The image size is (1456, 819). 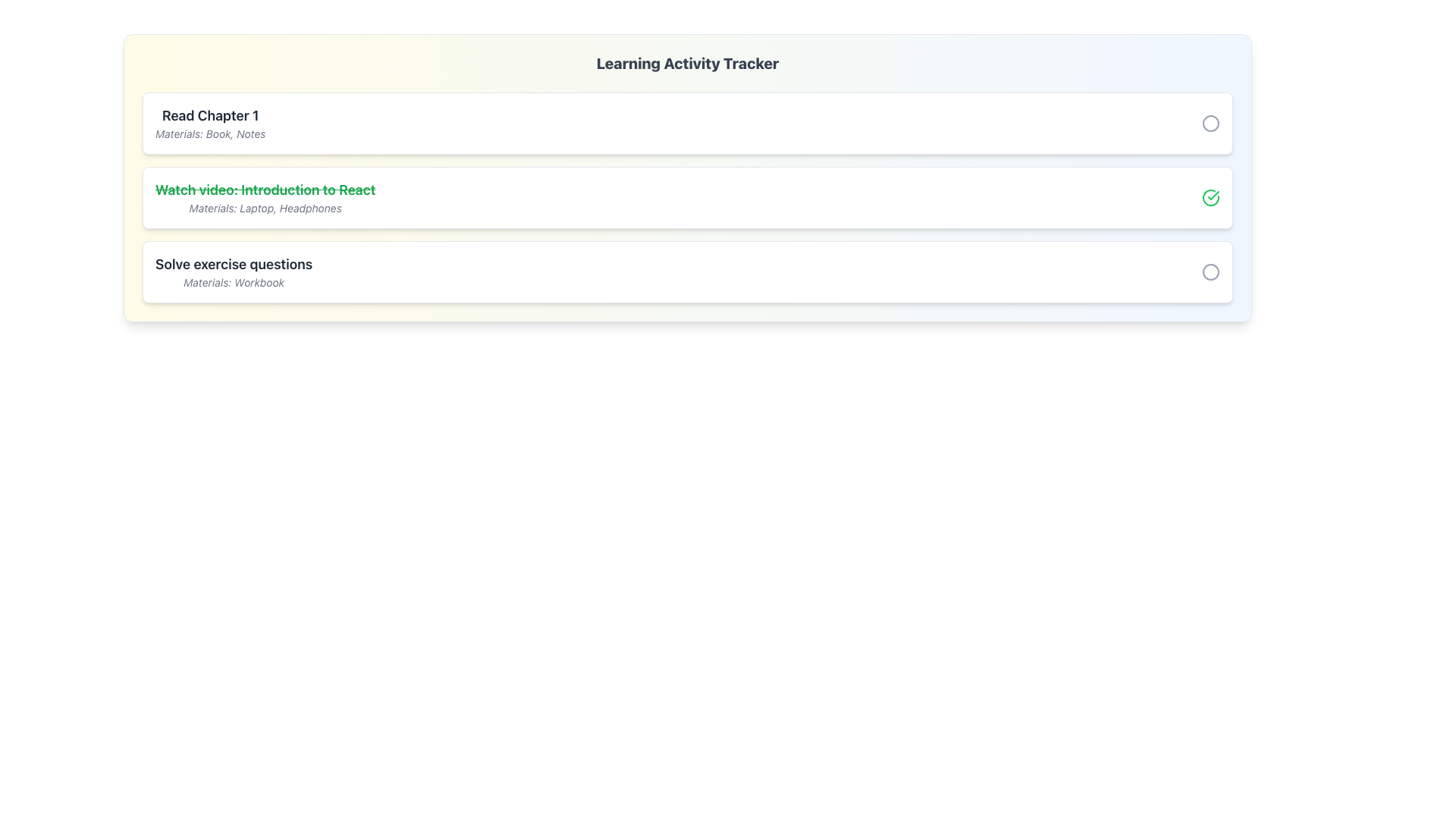 What do you see at coordinates (1210, 197) in the screenshot?
I see `the styled checkbox located at the far right of the row titled 'Watch video: Introduction to React'` at bounding box center [1210, 197].